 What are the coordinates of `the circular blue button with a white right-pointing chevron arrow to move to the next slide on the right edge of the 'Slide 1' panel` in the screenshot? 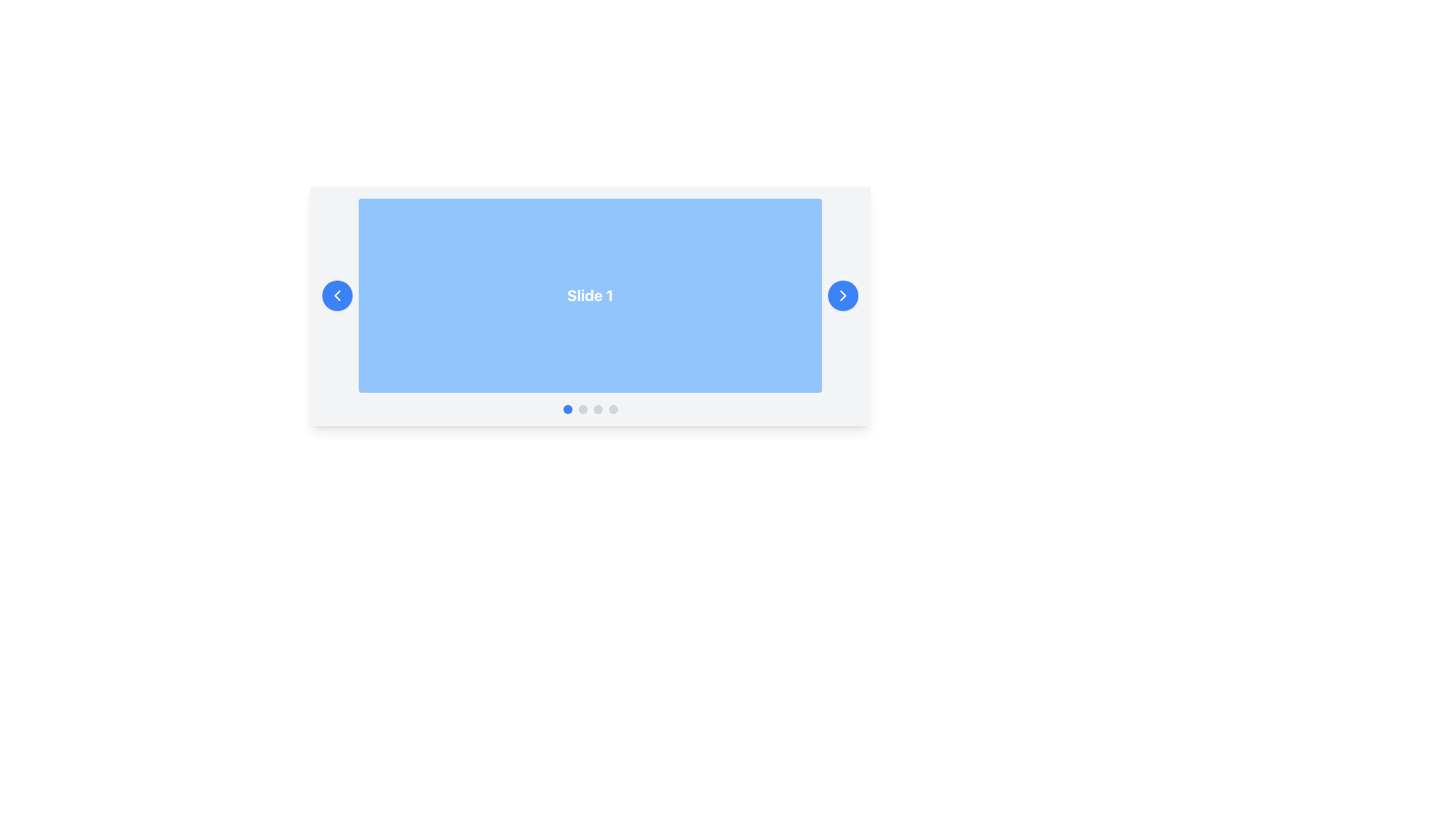 It's located at (843, 295).